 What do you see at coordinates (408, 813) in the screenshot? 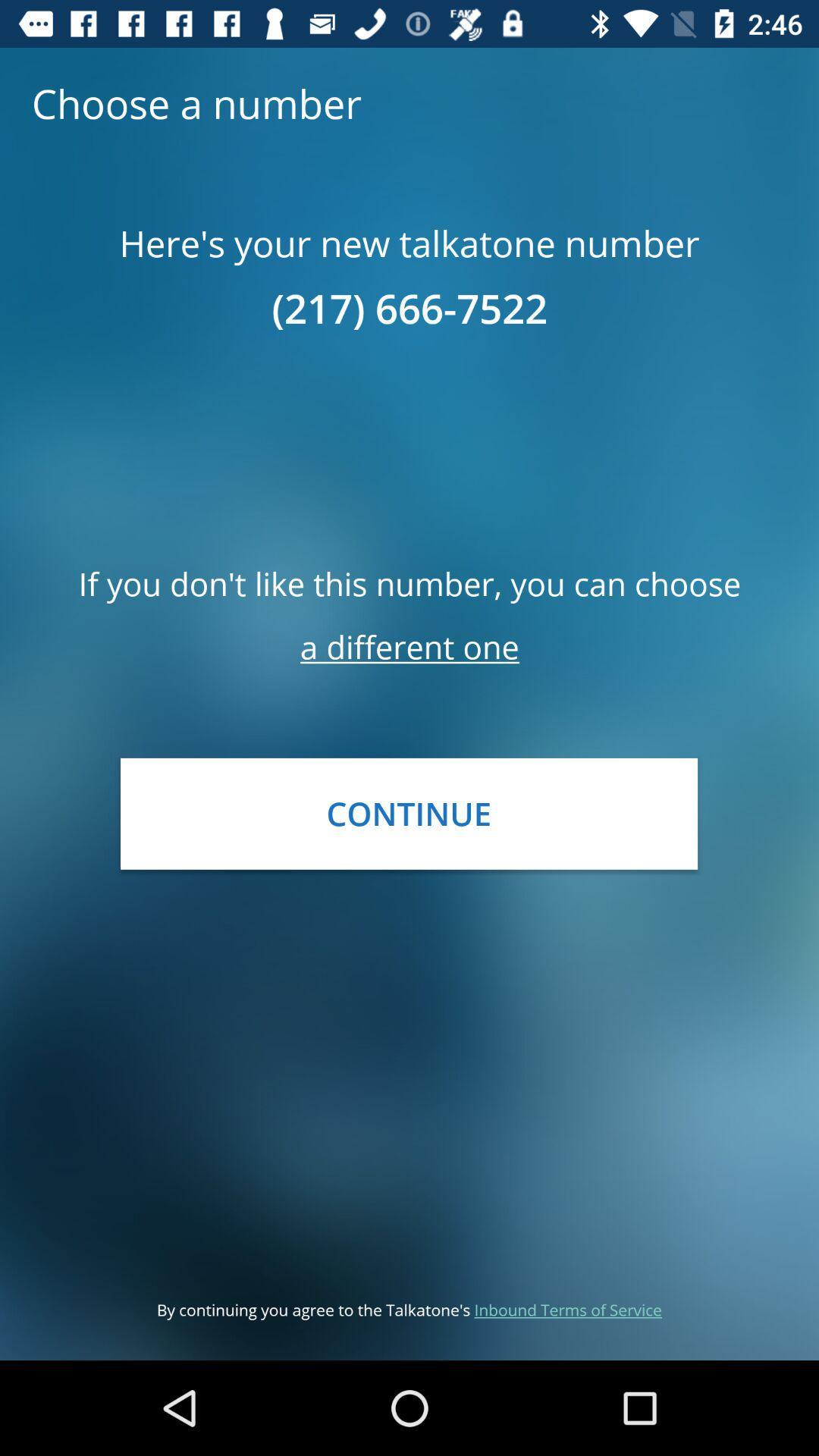
I see `continue item` at bounding box center [408, 813].